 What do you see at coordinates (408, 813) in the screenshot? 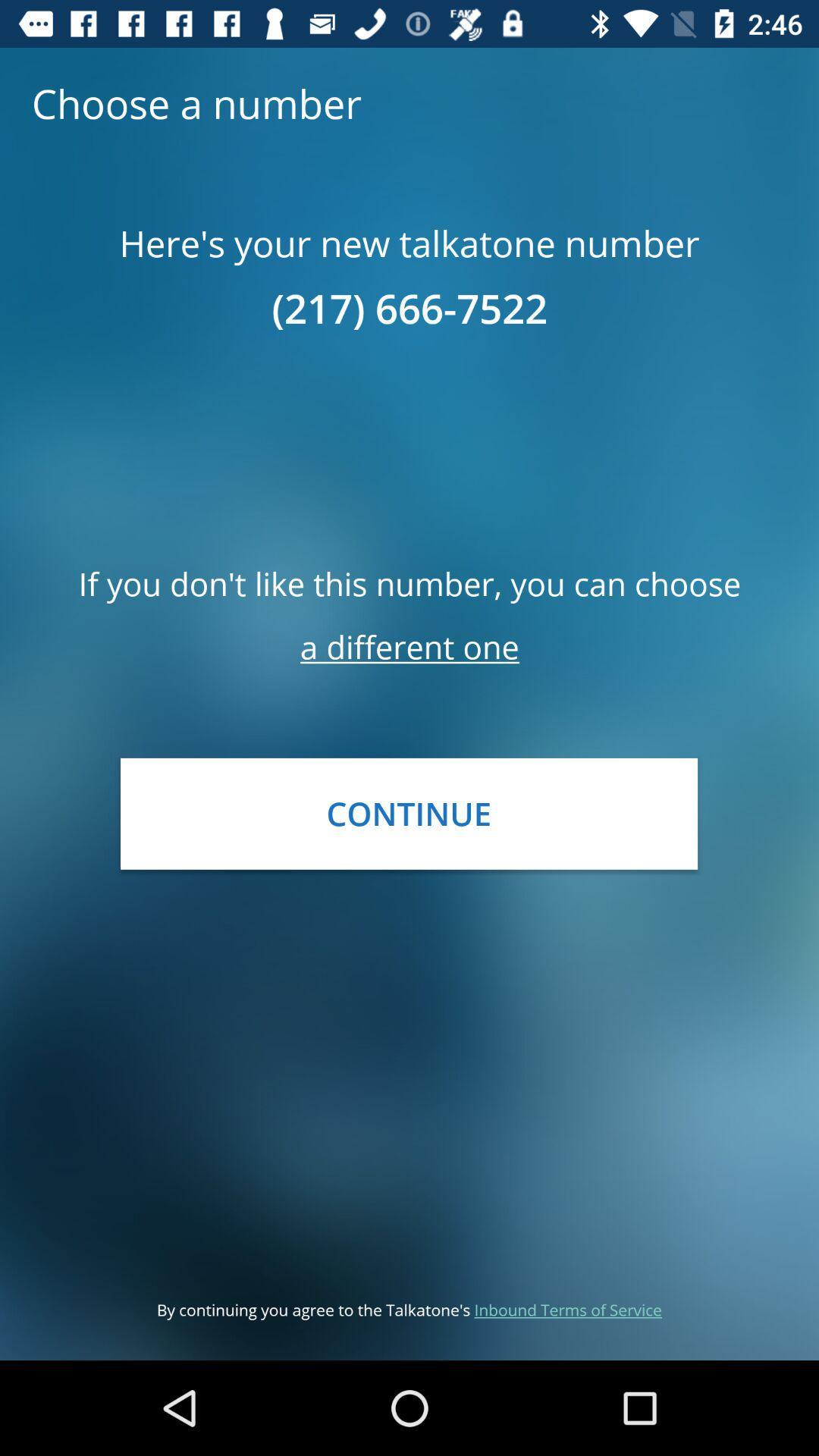
I see `continue item` at bounding box center [408, 813].